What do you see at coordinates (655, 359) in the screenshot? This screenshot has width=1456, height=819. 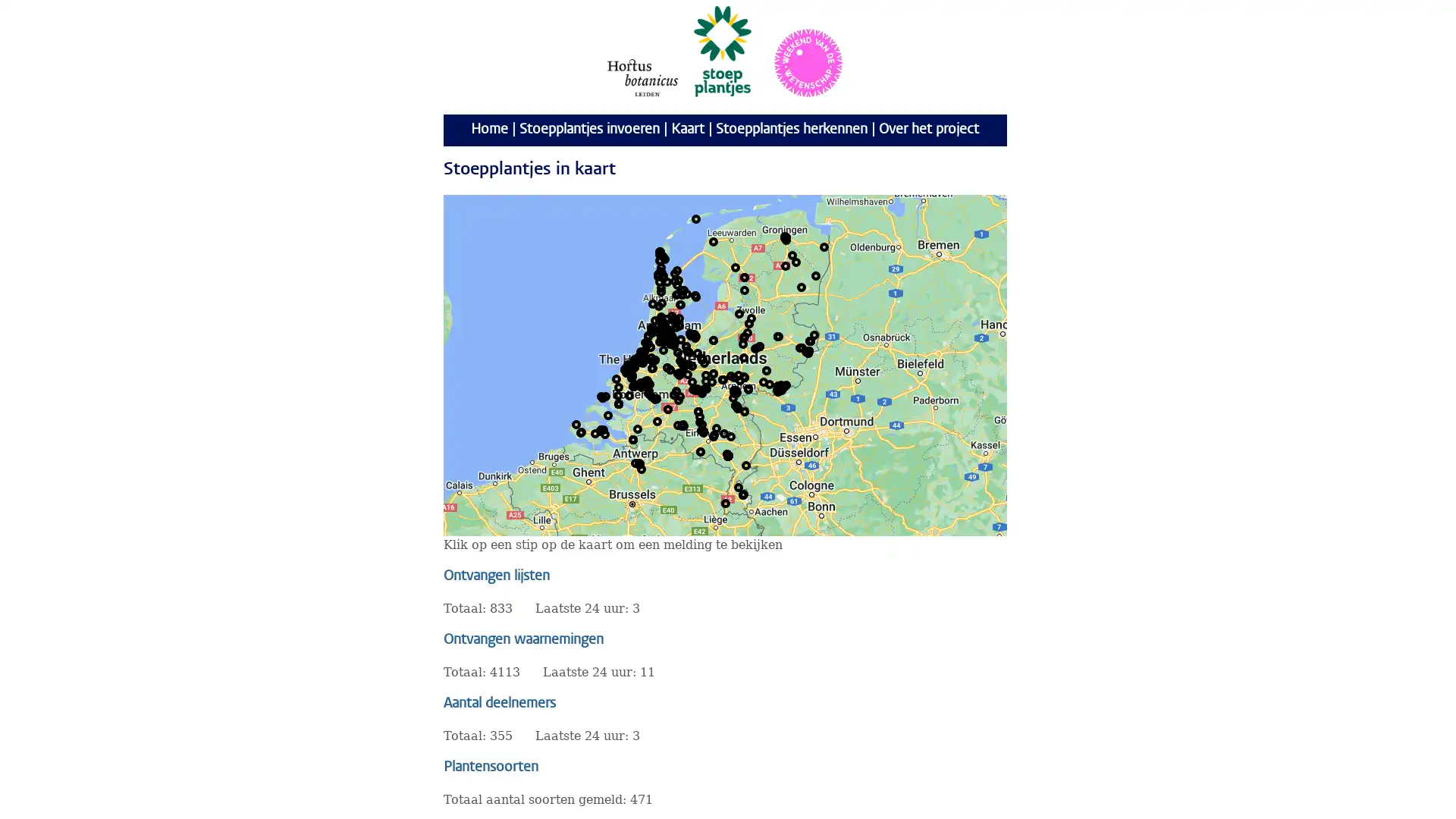 I see `Telling van Elize op 17 maart 2022` at bounding box center [655, 359].